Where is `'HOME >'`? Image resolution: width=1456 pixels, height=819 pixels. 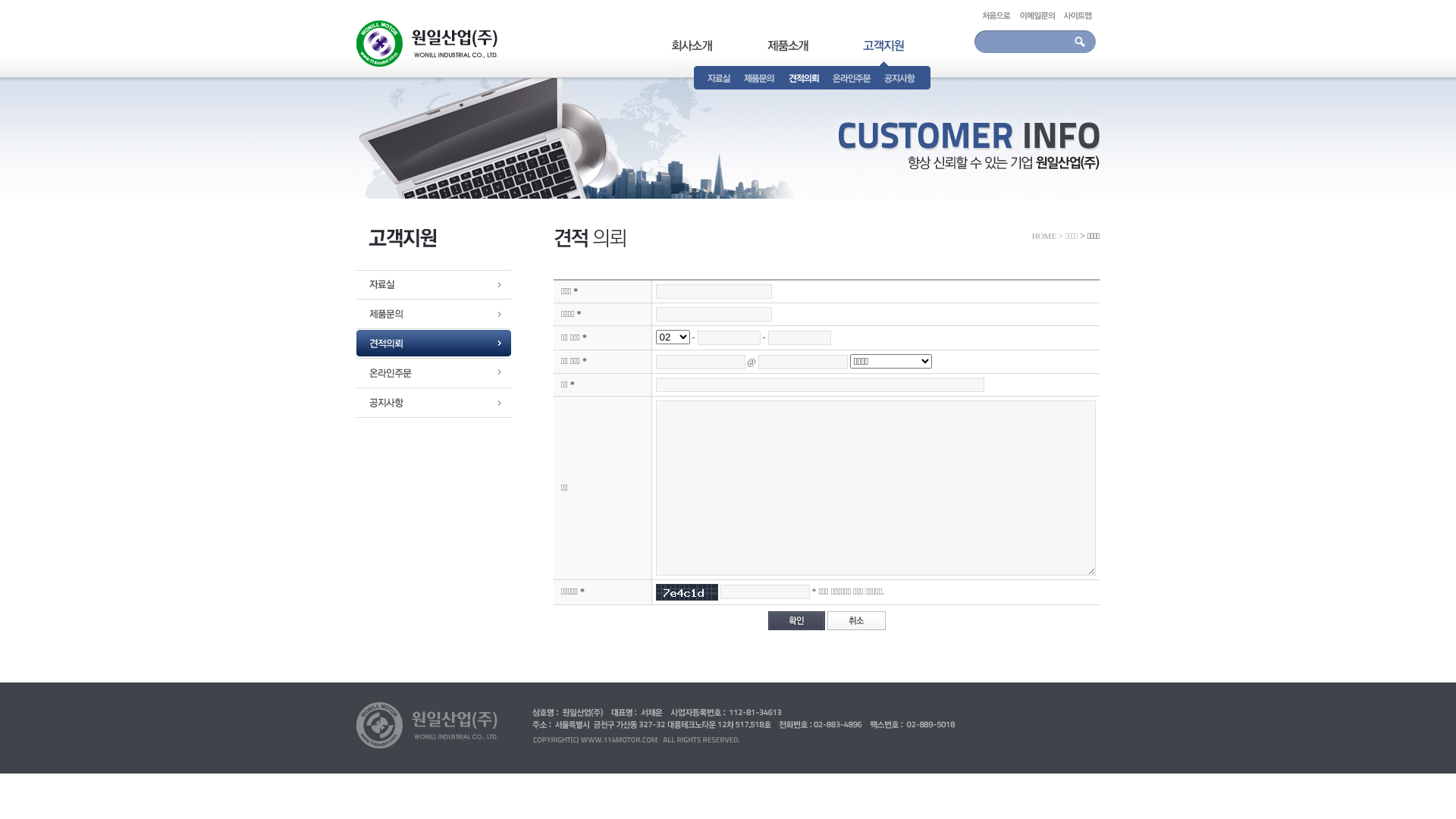 'HOME >' is located at coordinates (1046, 236).